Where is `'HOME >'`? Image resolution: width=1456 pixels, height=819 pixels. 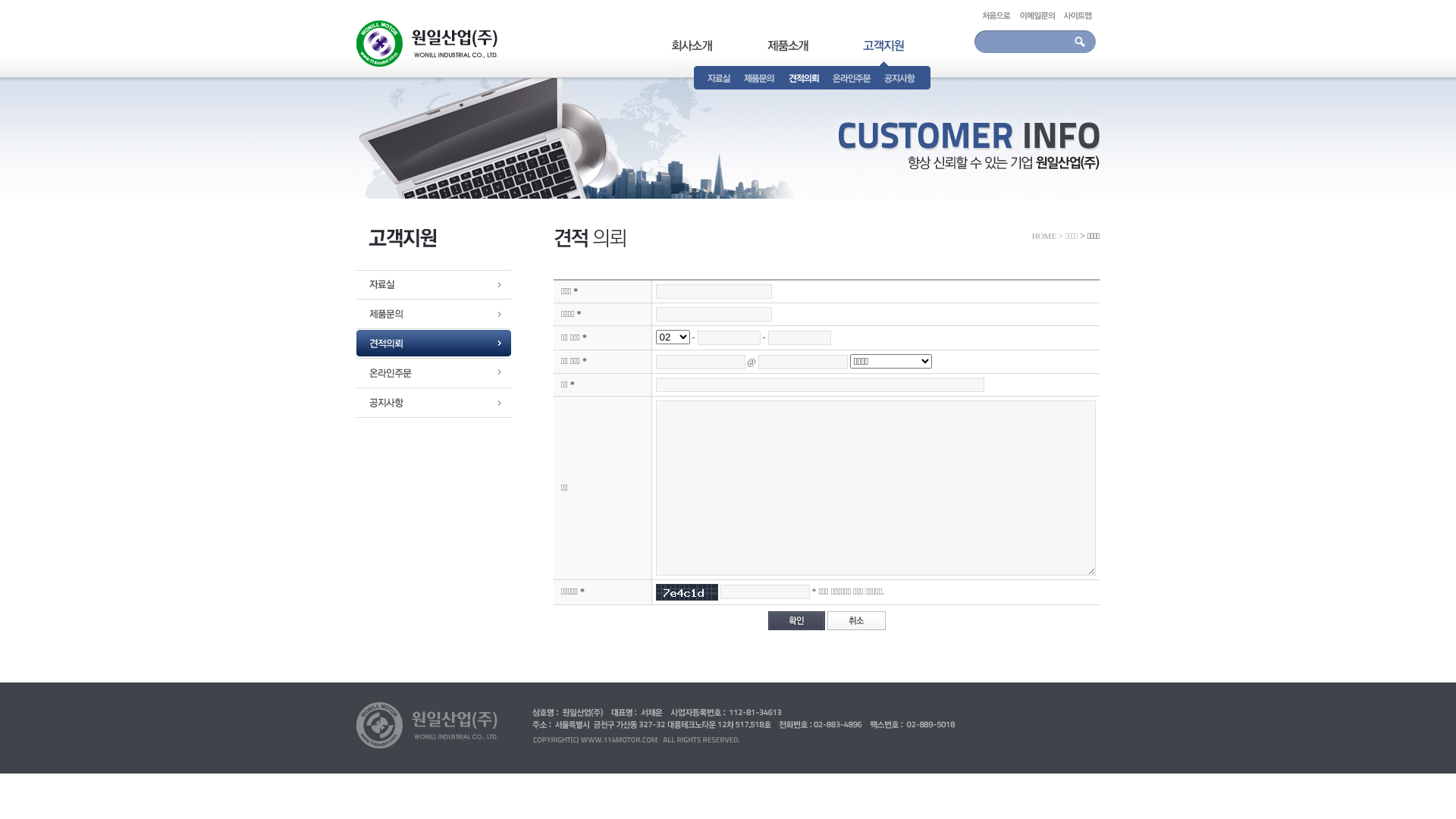 'HOME >' is located at coordinates (1046, 236).